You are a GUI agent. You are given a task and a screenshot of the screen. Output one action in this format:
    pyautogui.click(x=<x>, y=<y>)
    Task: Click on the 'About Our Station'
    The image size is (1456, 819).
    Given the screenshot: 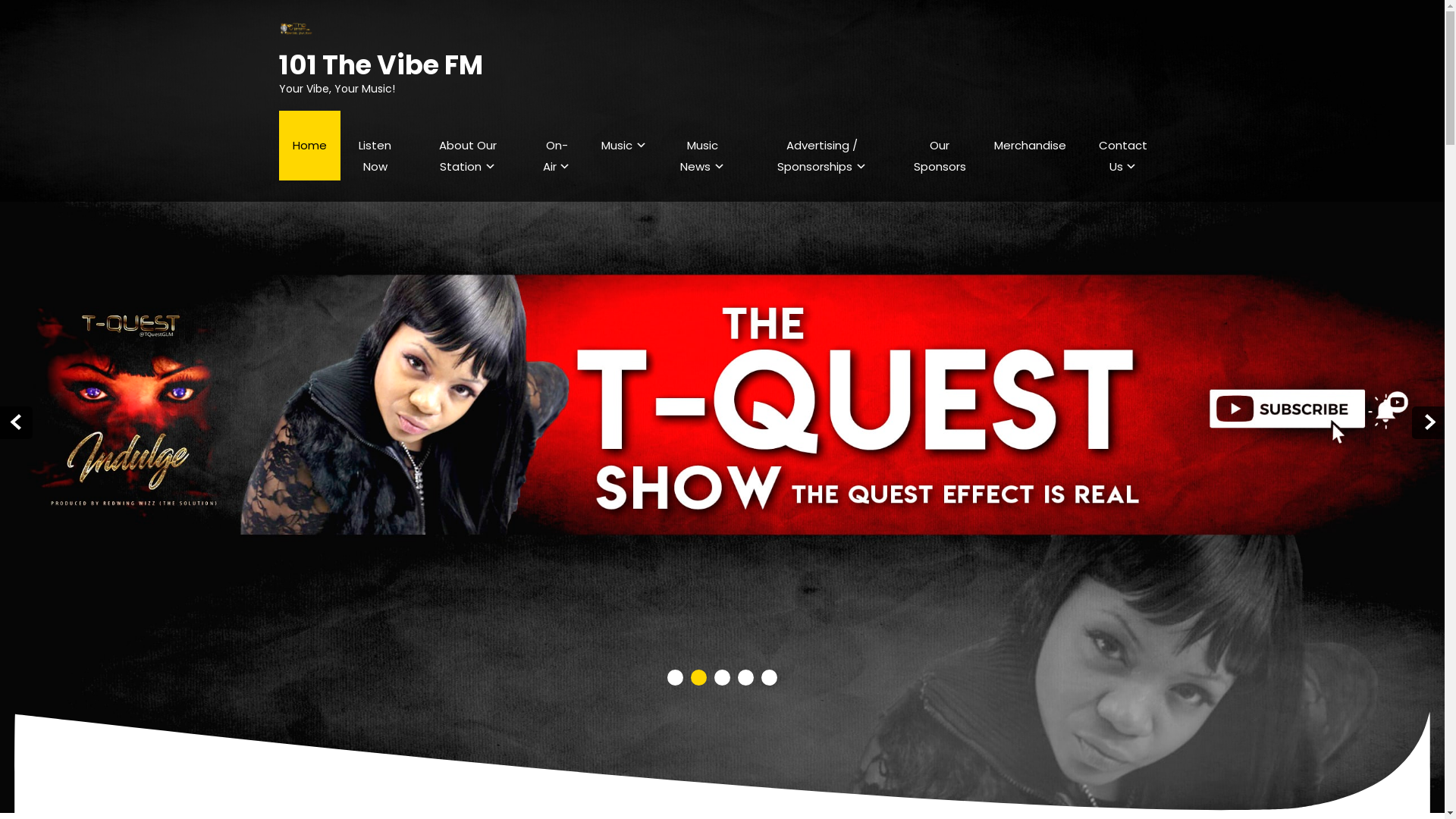 What is the action you would take?
    pyautogui.click(x=410, y=155)
    